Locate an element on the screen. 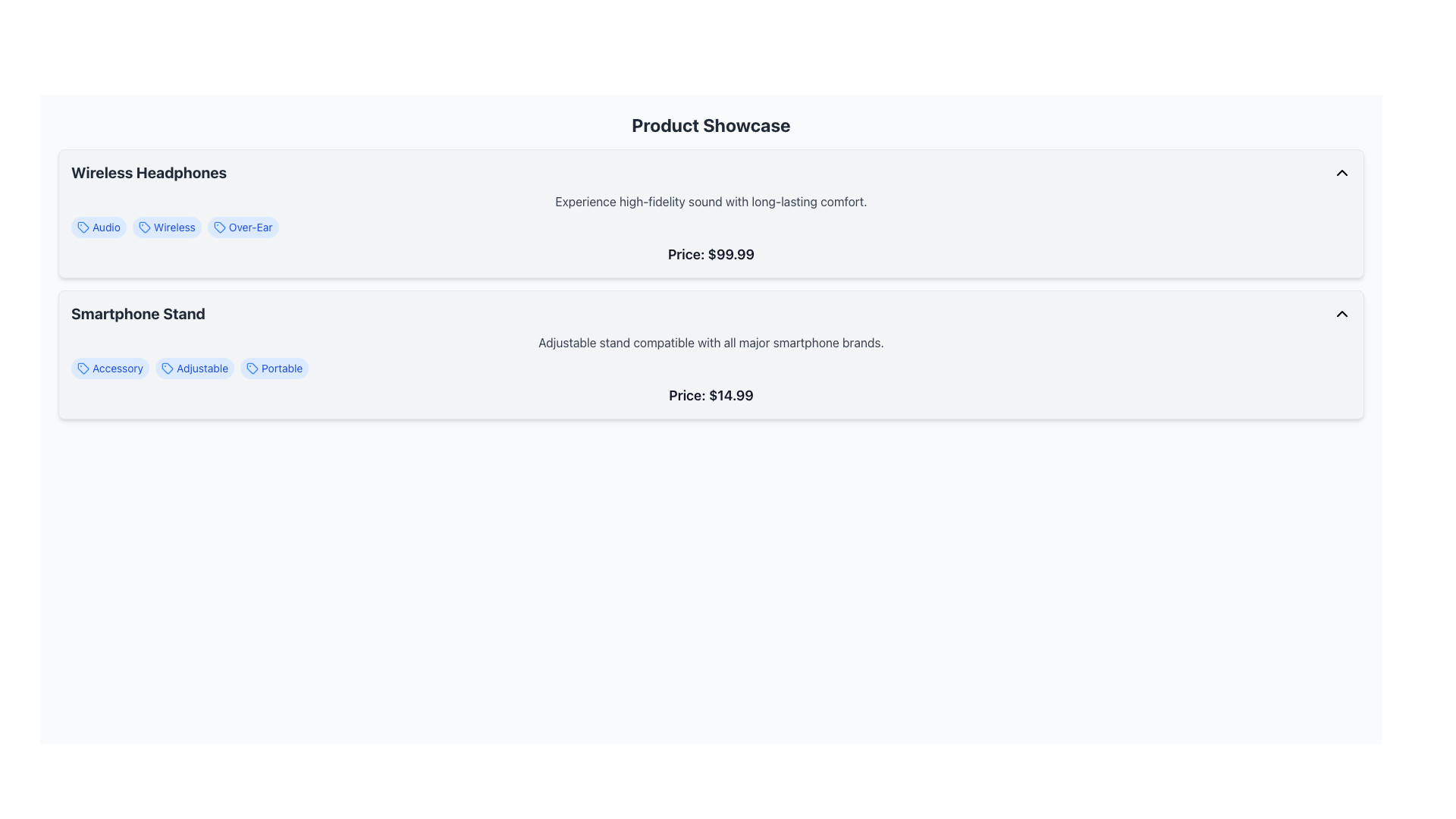 The height and width of the screenshot is (819, 1456). the price text label displaying the price of the 'Smartphone Stand' product, located at the bottom of its section is located at coordinates (710, 394).